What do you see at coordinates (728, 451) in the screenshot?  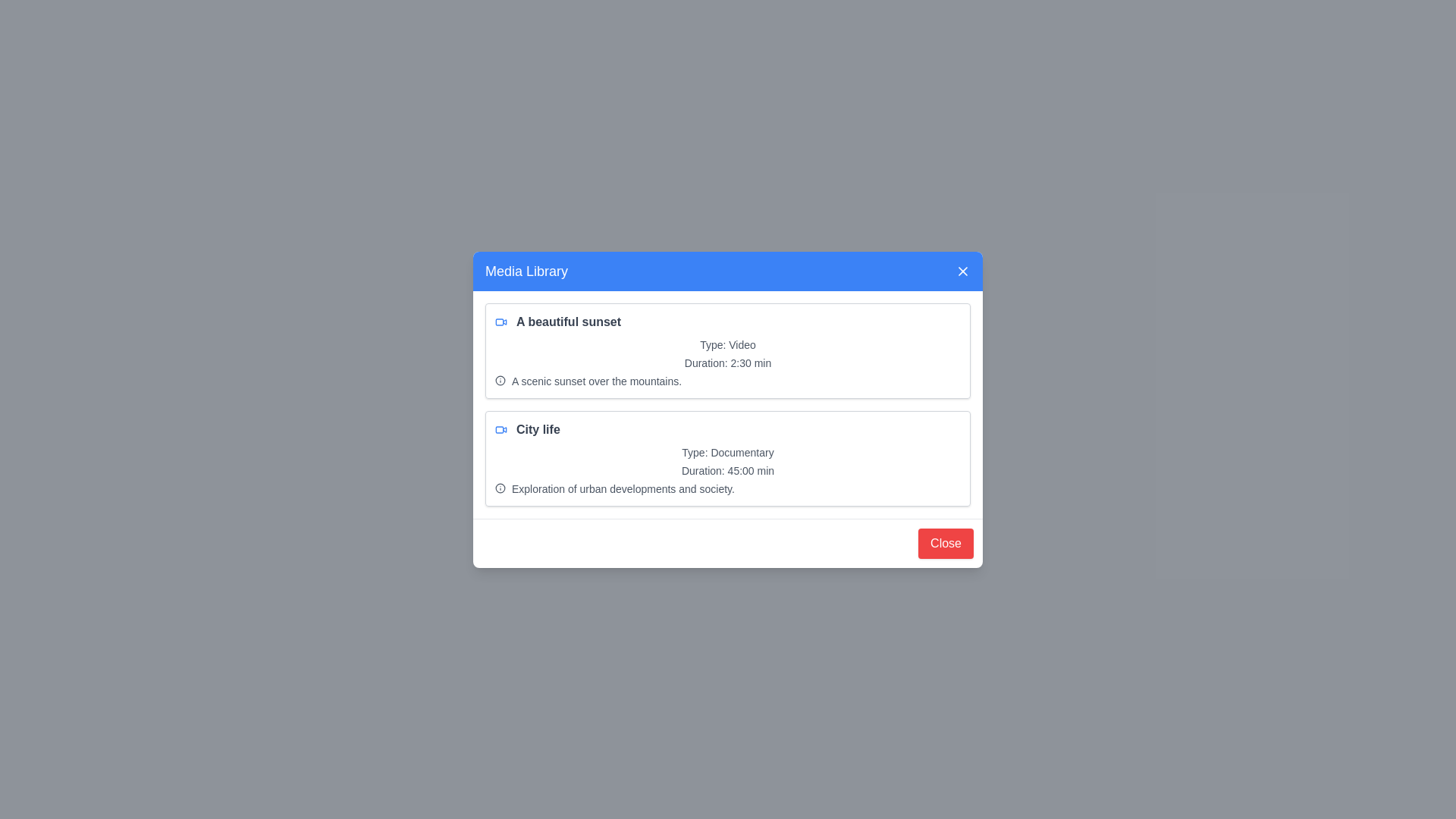 I see `the static text label that displays the media type 'Documentary' for the item 'City life', which is positioned above the 'Duration: 45:00 min' line in the dialog box` at bounding box center [728, 451].